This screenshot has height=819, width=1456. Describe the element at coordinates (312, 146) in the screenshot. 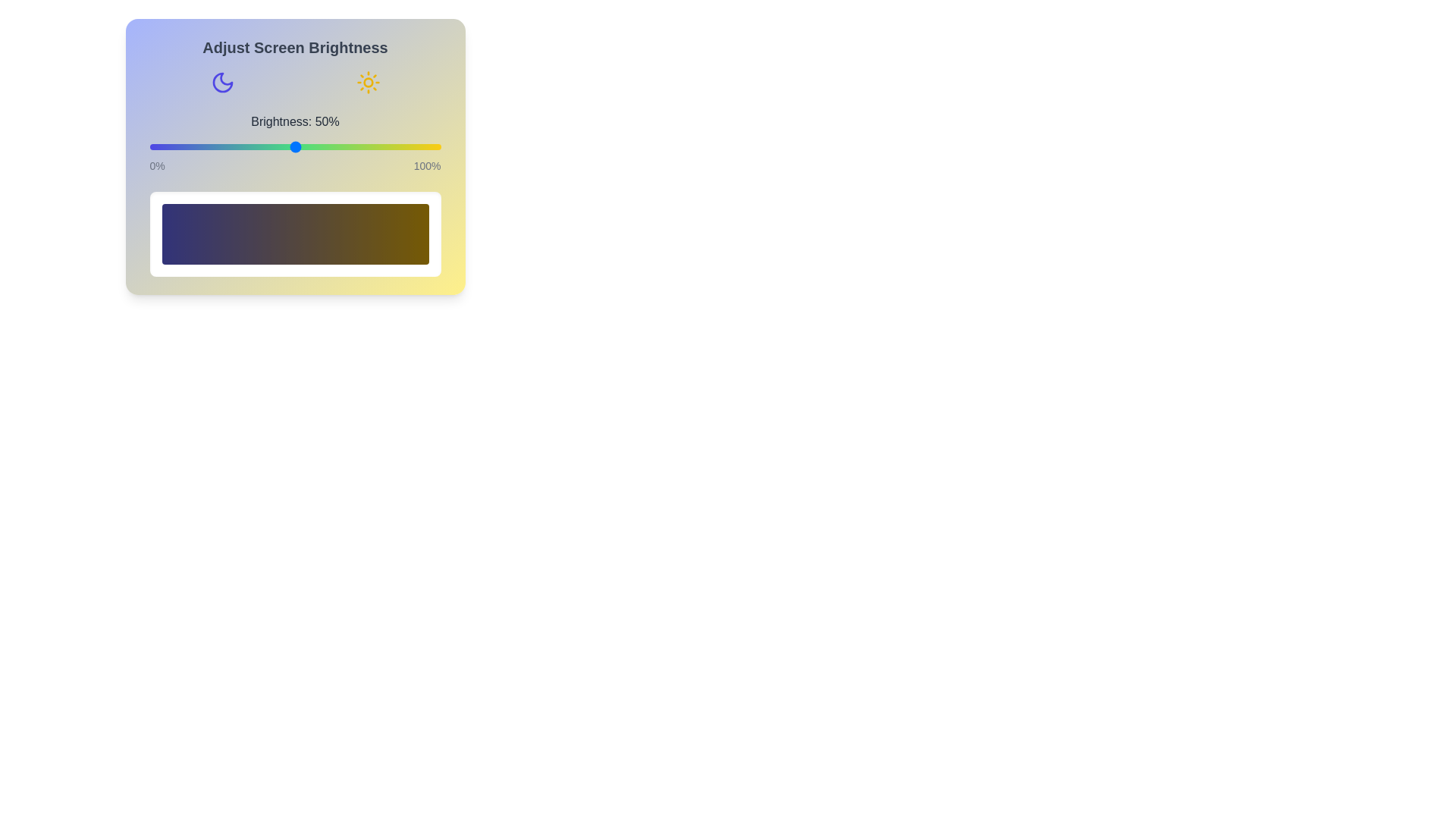

I see `the brightness slider to 56%` at that location.